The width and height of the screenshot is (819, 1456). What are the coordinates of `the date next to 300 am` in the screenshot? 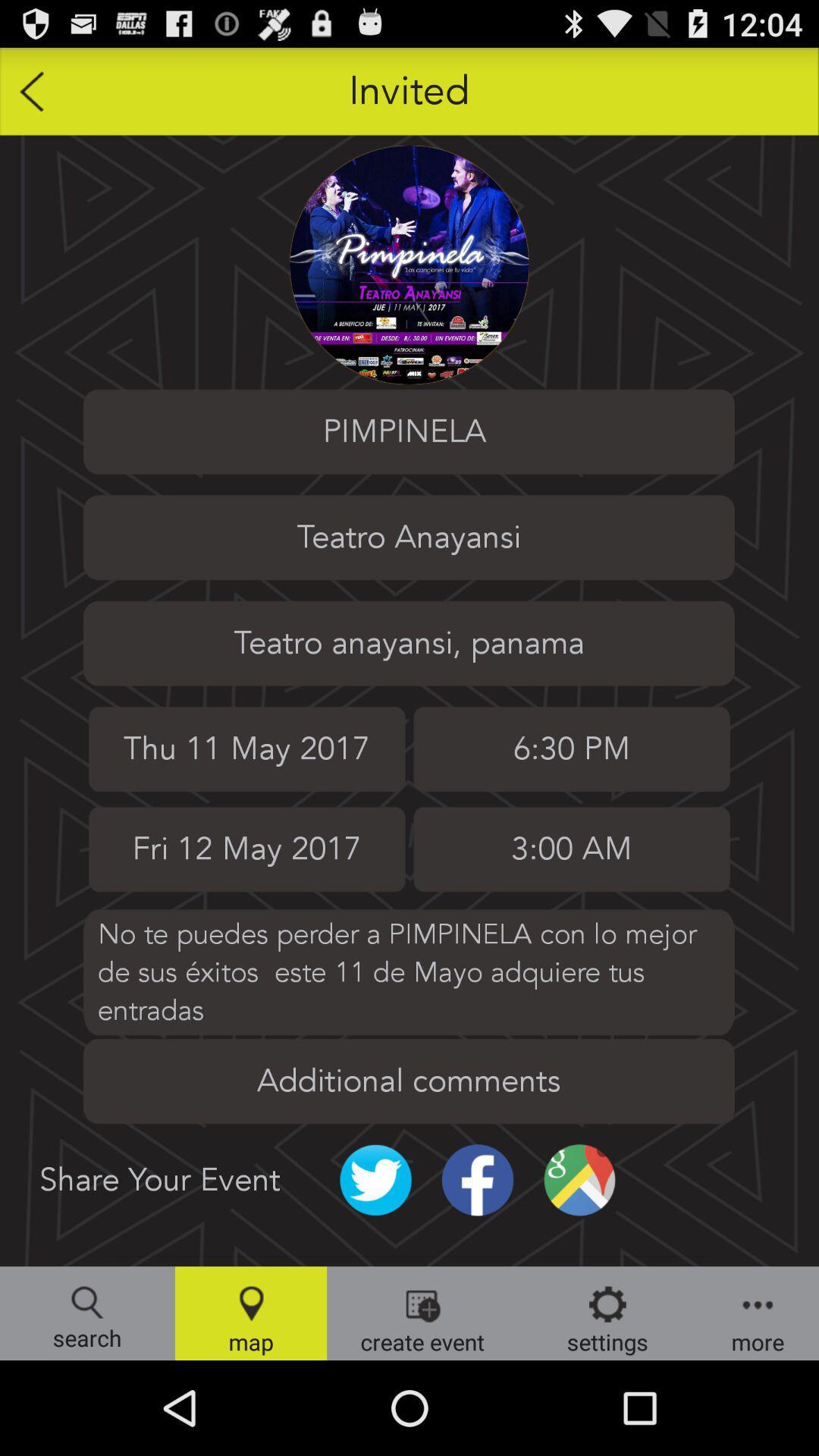 It's located at (246, 849).